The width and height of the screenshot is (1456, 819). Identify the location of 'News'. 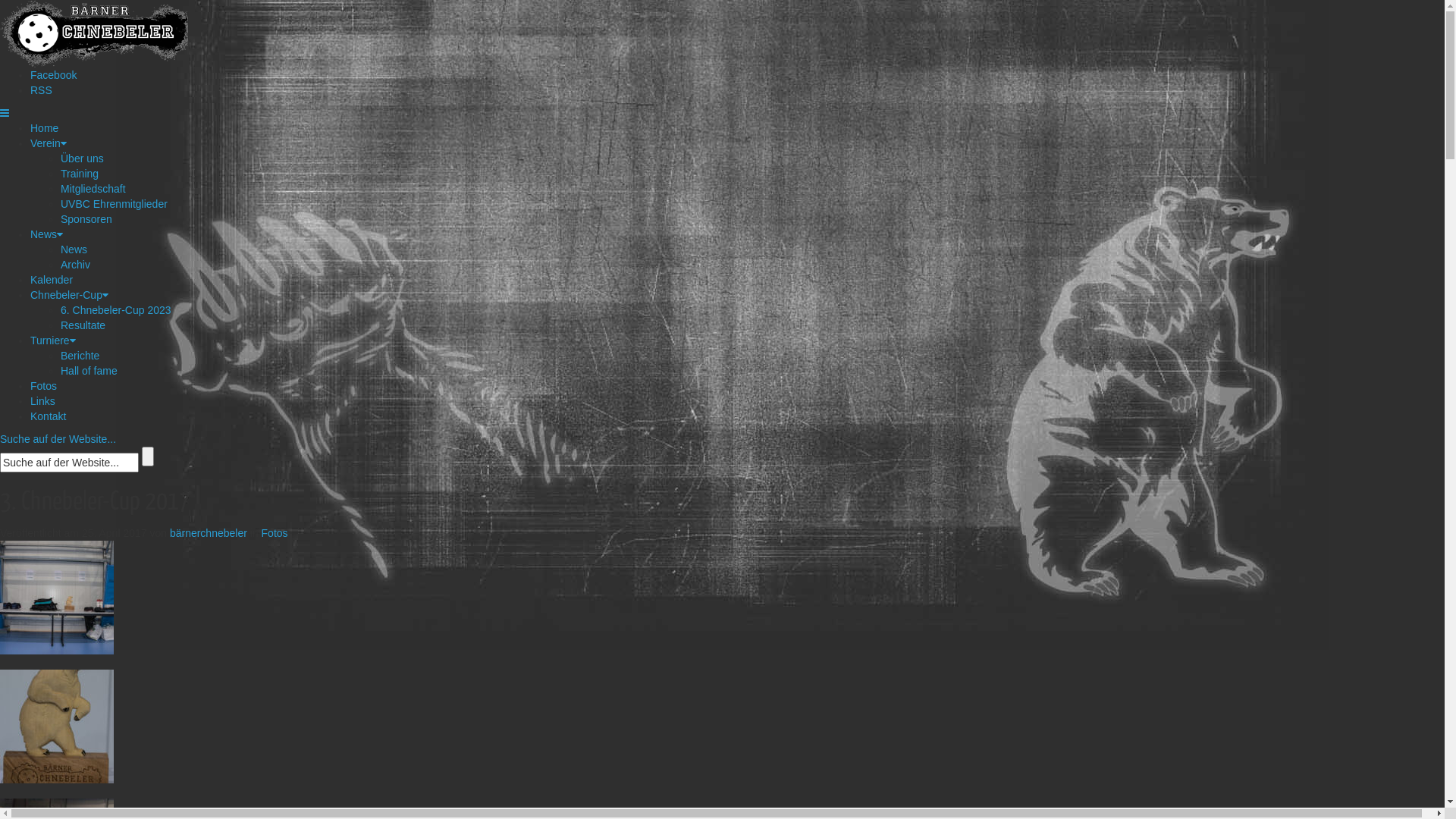
(73, 248).